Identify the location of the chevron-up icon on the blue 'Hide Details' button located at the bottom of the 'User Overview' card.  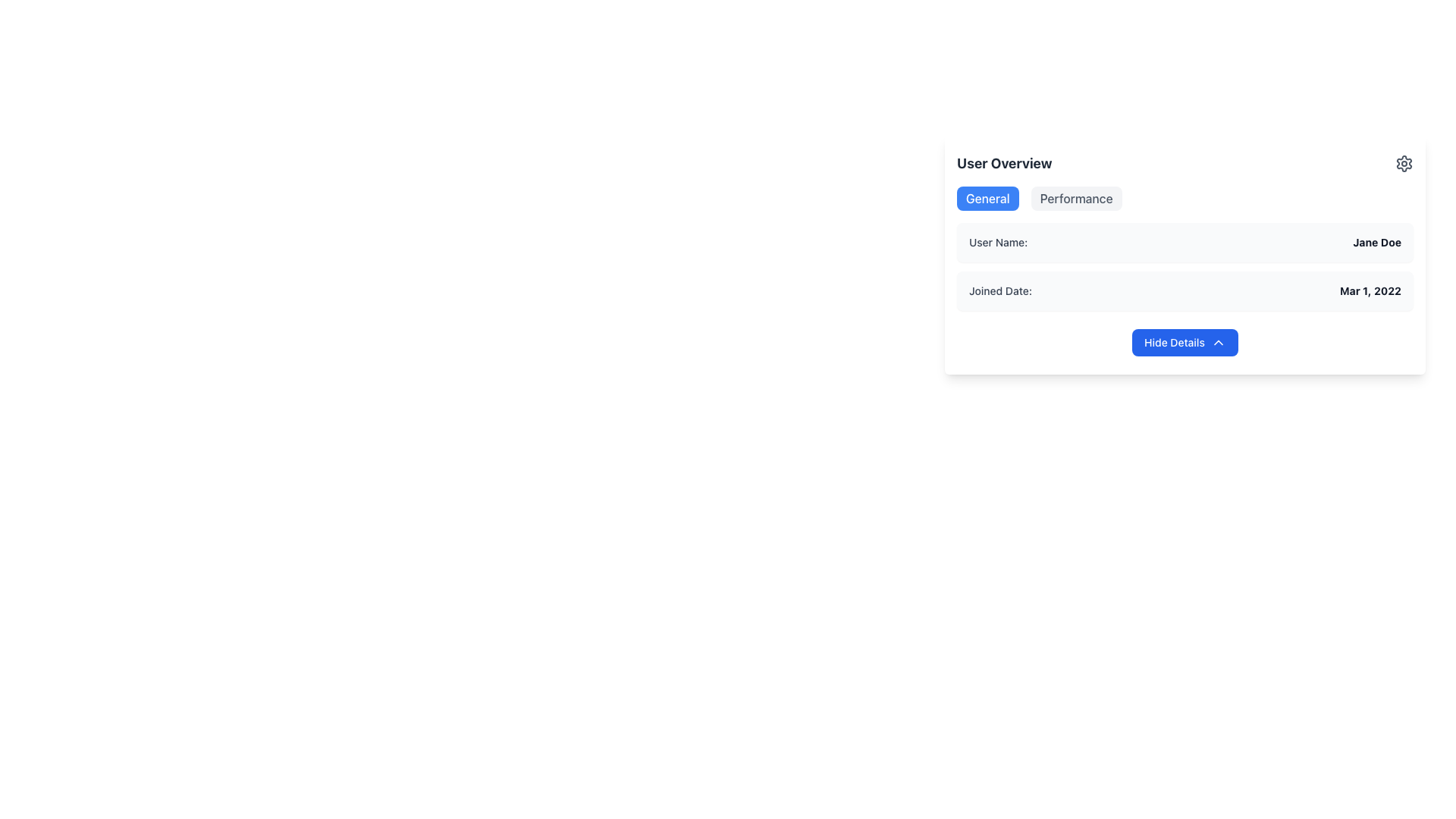
(1218, 342).